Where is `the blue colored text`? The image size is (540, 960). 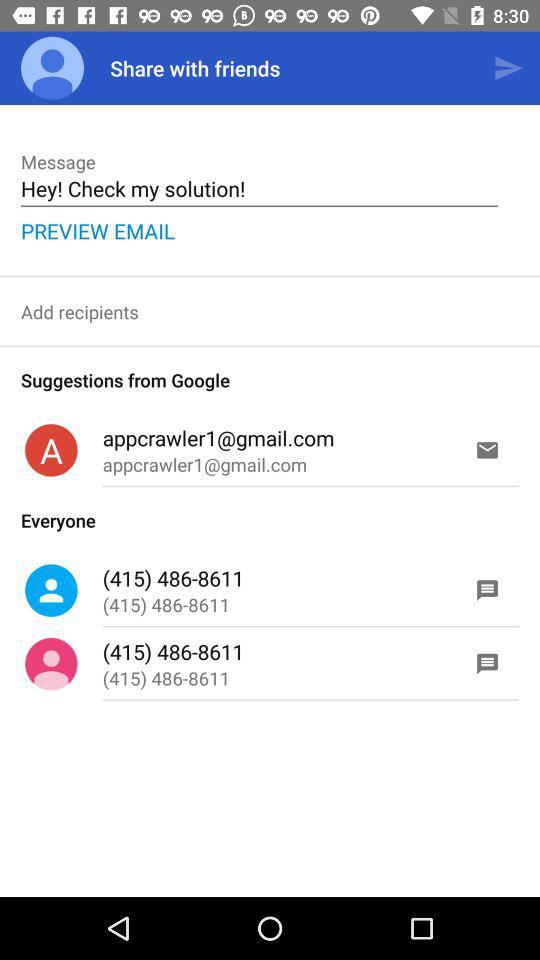
the blue colored text is located at coordinates (97, 230).